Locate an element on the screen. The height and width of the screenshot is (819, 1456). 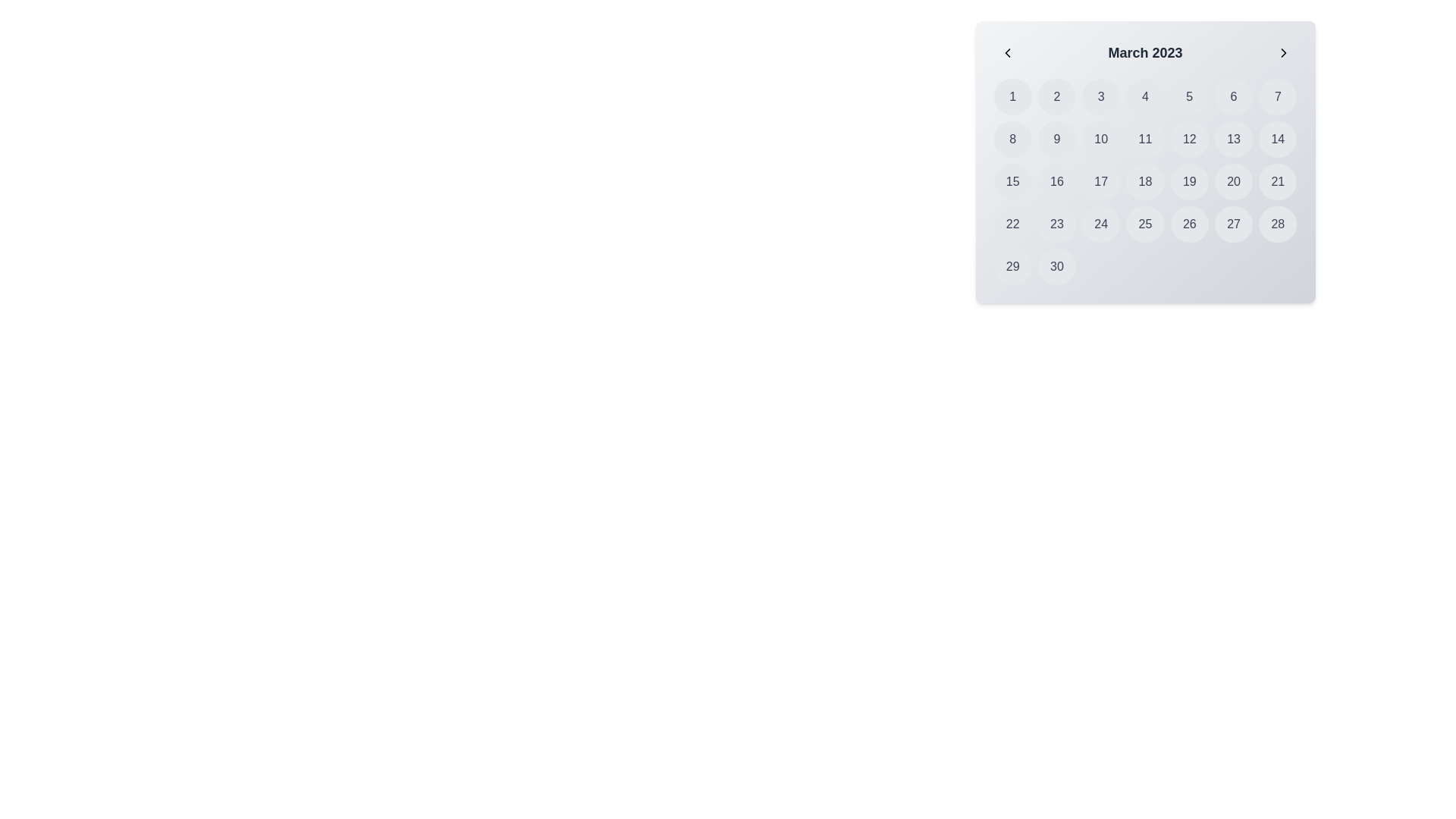
the button representing the day '6' in the calendar is located at coordinates (1234, 96).